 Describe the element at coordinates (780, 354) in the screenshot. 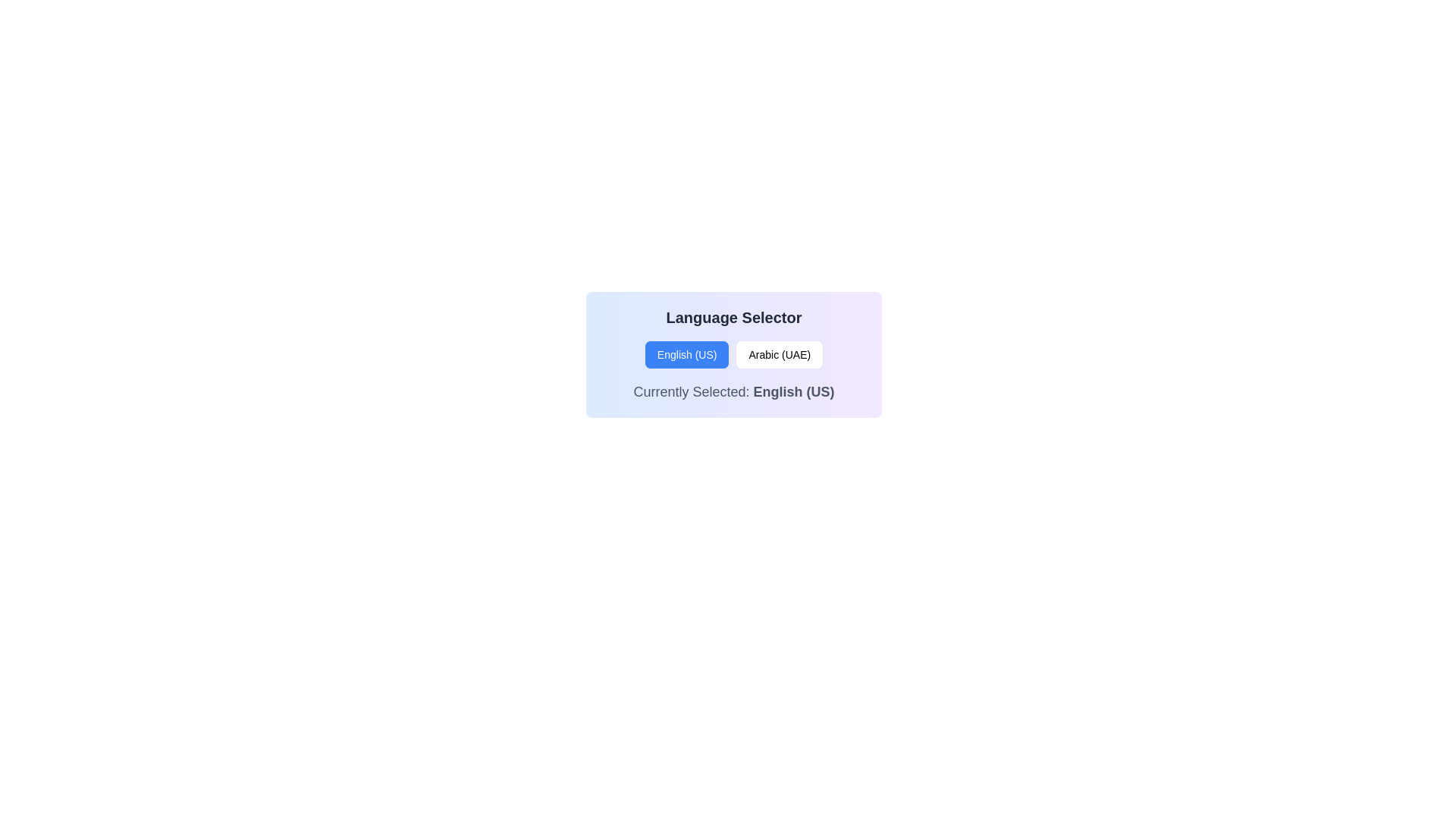

I see `the button labeled 'Arabic (UAE)' which is the second button in the Language Selector group, to activate interactivity effects` at that location.